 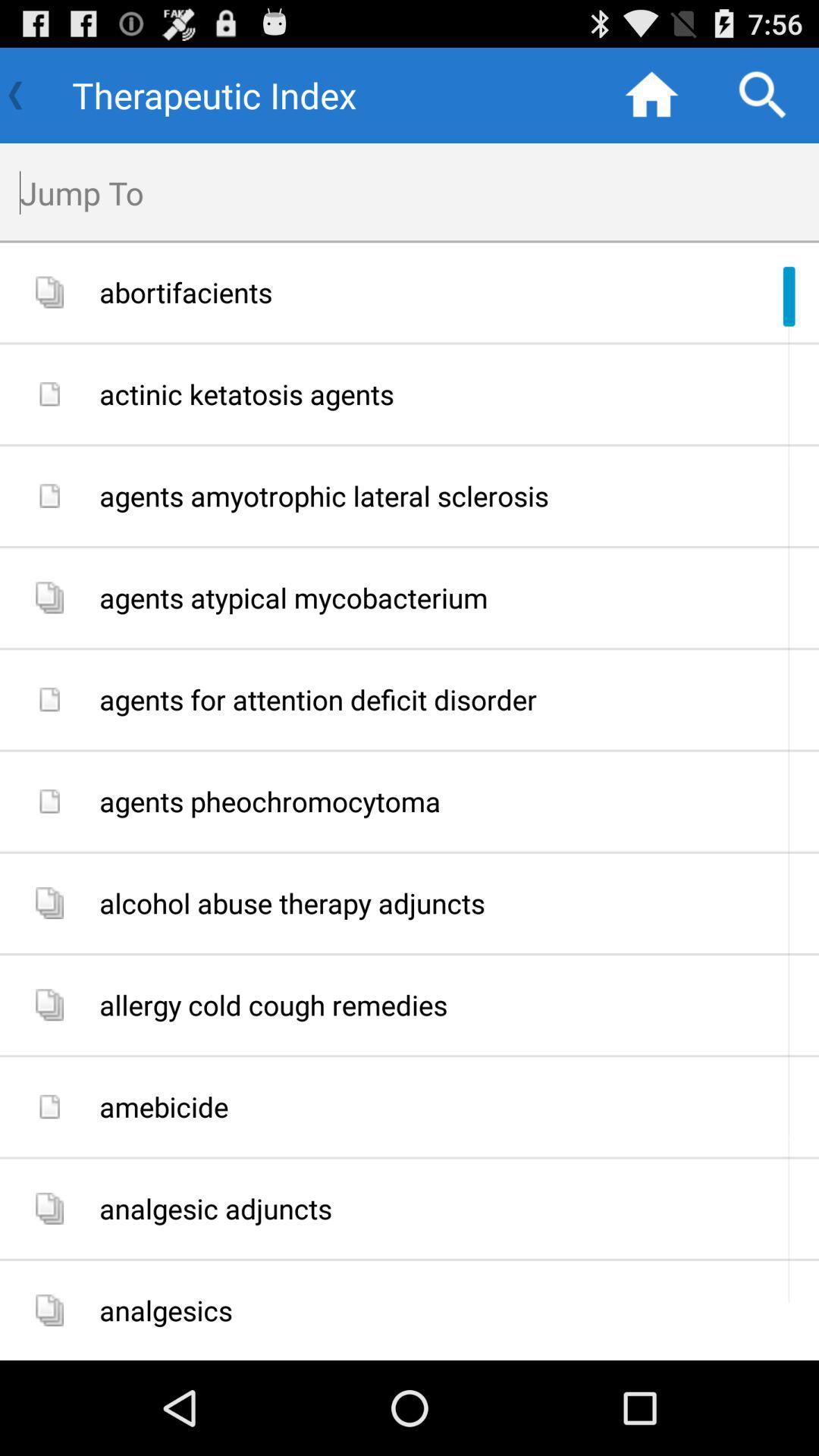 I want to click on analgesics item, so click(x=453, y=1310).